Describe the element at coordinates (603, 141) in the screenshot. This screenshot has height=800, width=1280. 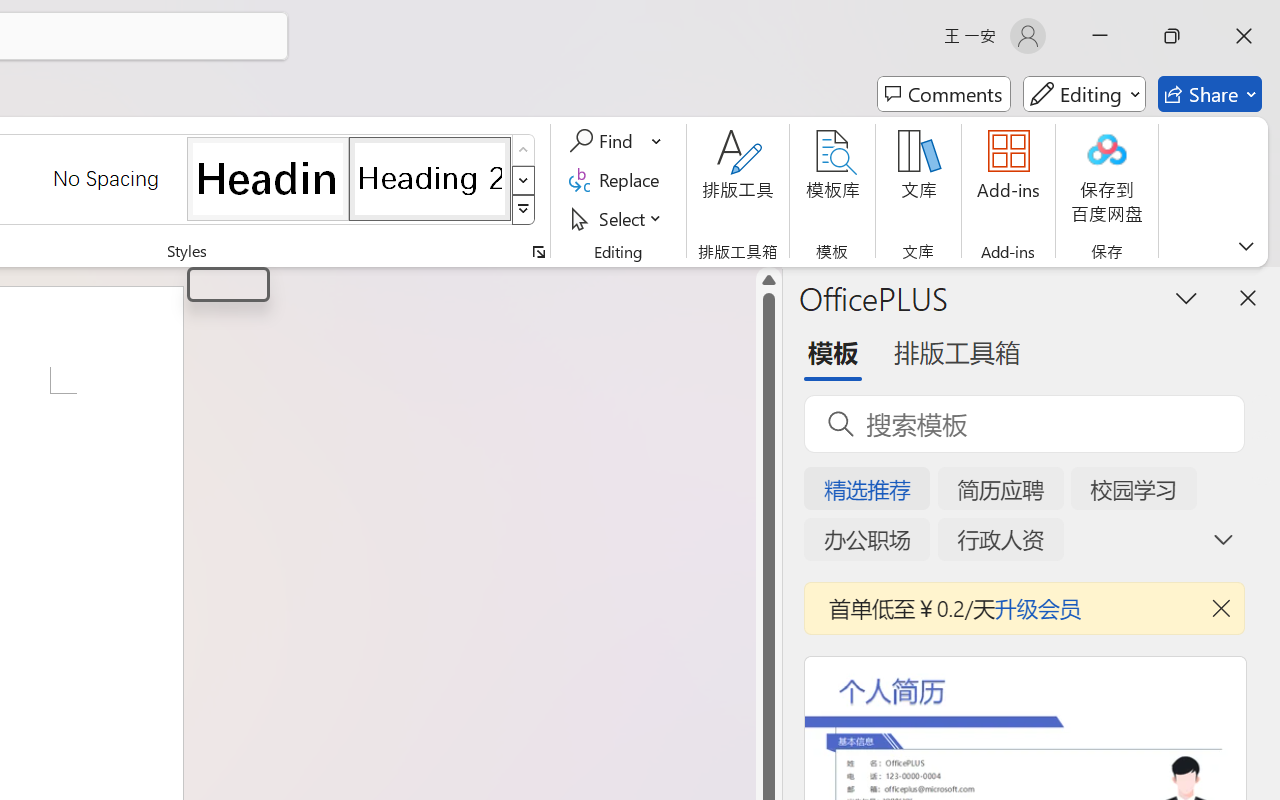
I see `'Find'` at that location.